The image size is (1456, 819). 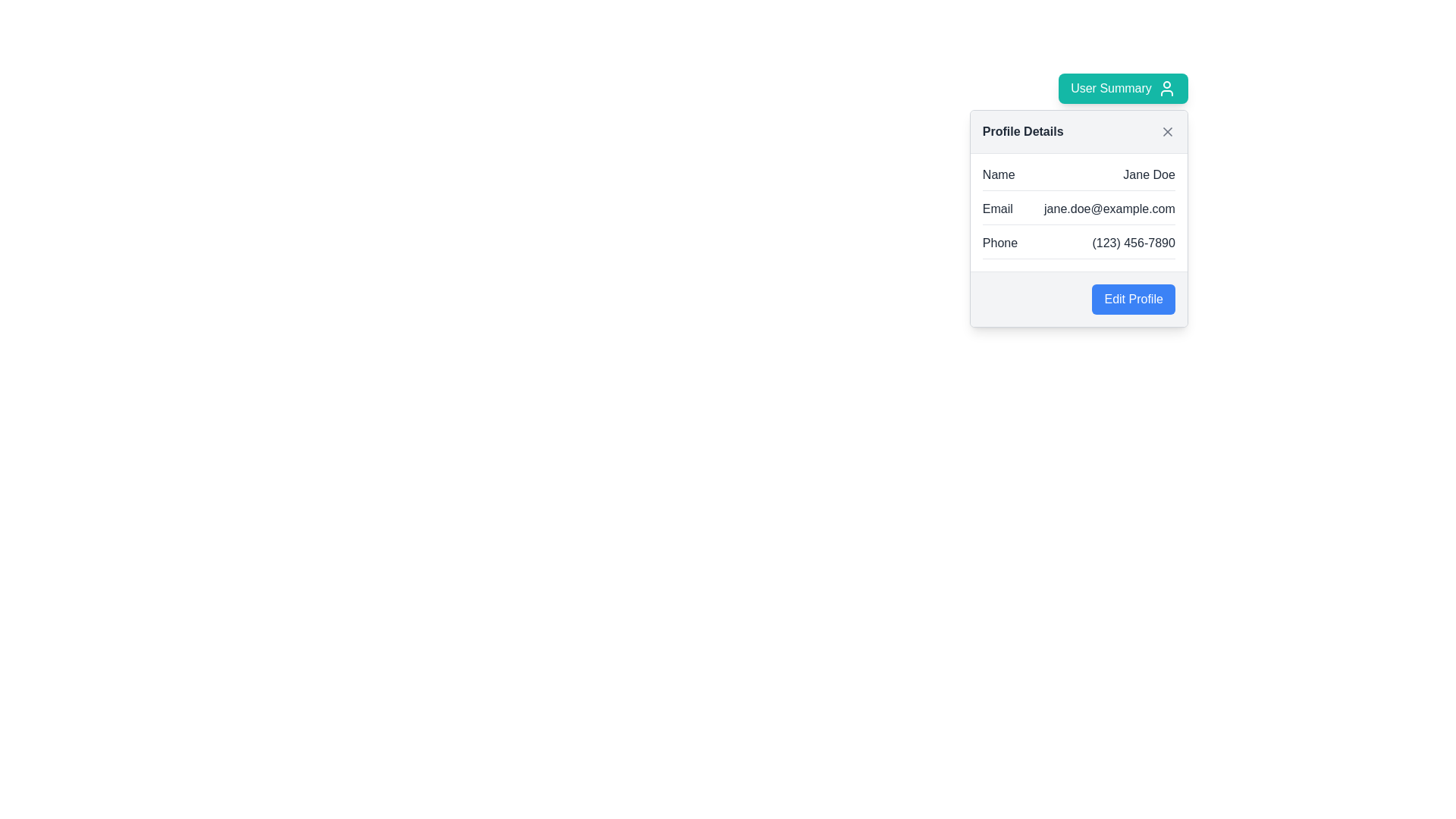 What do you see at coordinates (1134, 242) in the screenshot?
I see `the text label displaying the phone number '(123) 456-7890', which is located within the profile summary section to the right of the label 'Phone'` at bounding box center [1134, 242].